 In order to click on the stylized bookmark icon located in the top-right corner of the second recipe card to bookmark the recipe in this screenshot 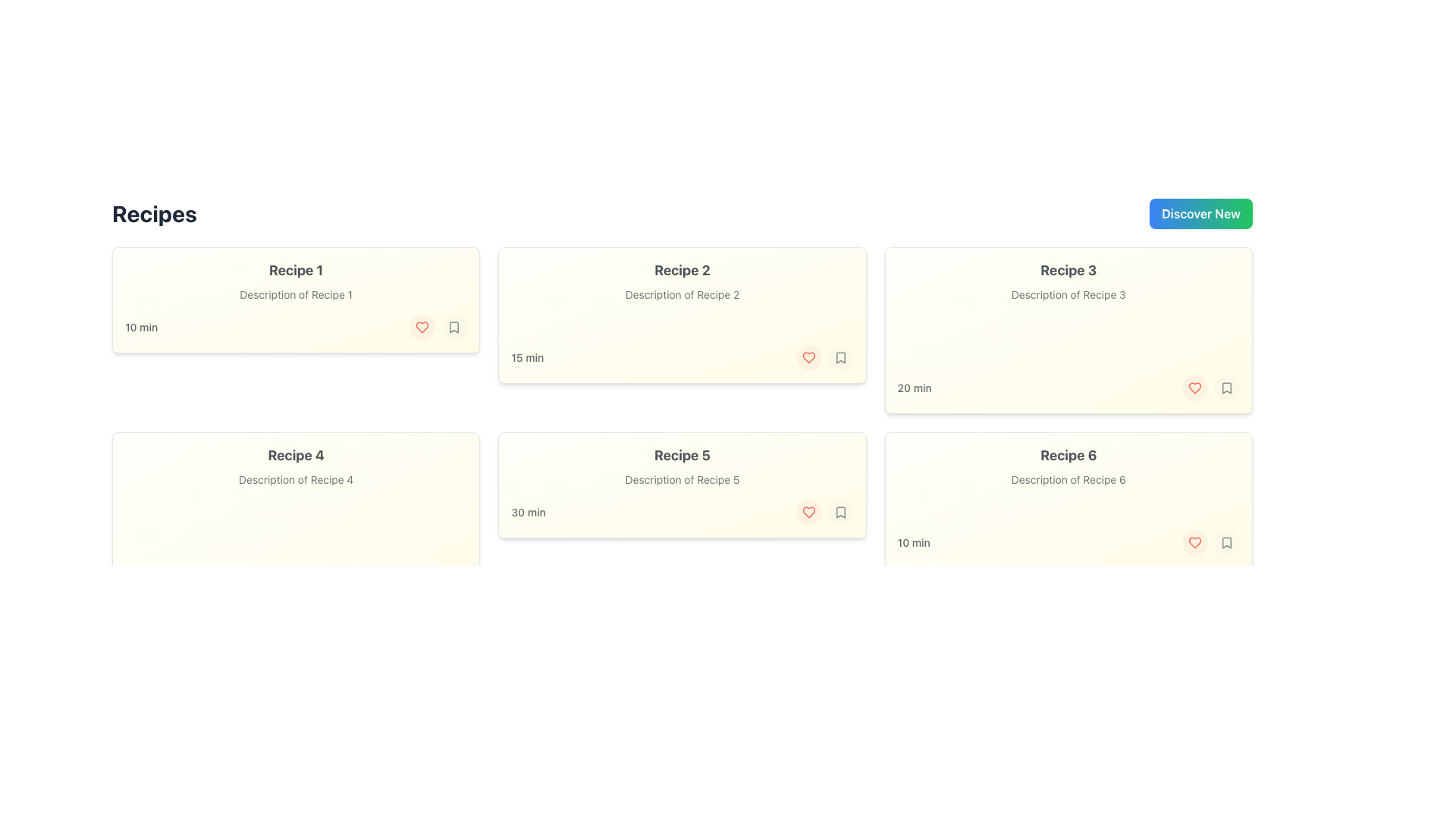, I will do `click(839, 357)`.